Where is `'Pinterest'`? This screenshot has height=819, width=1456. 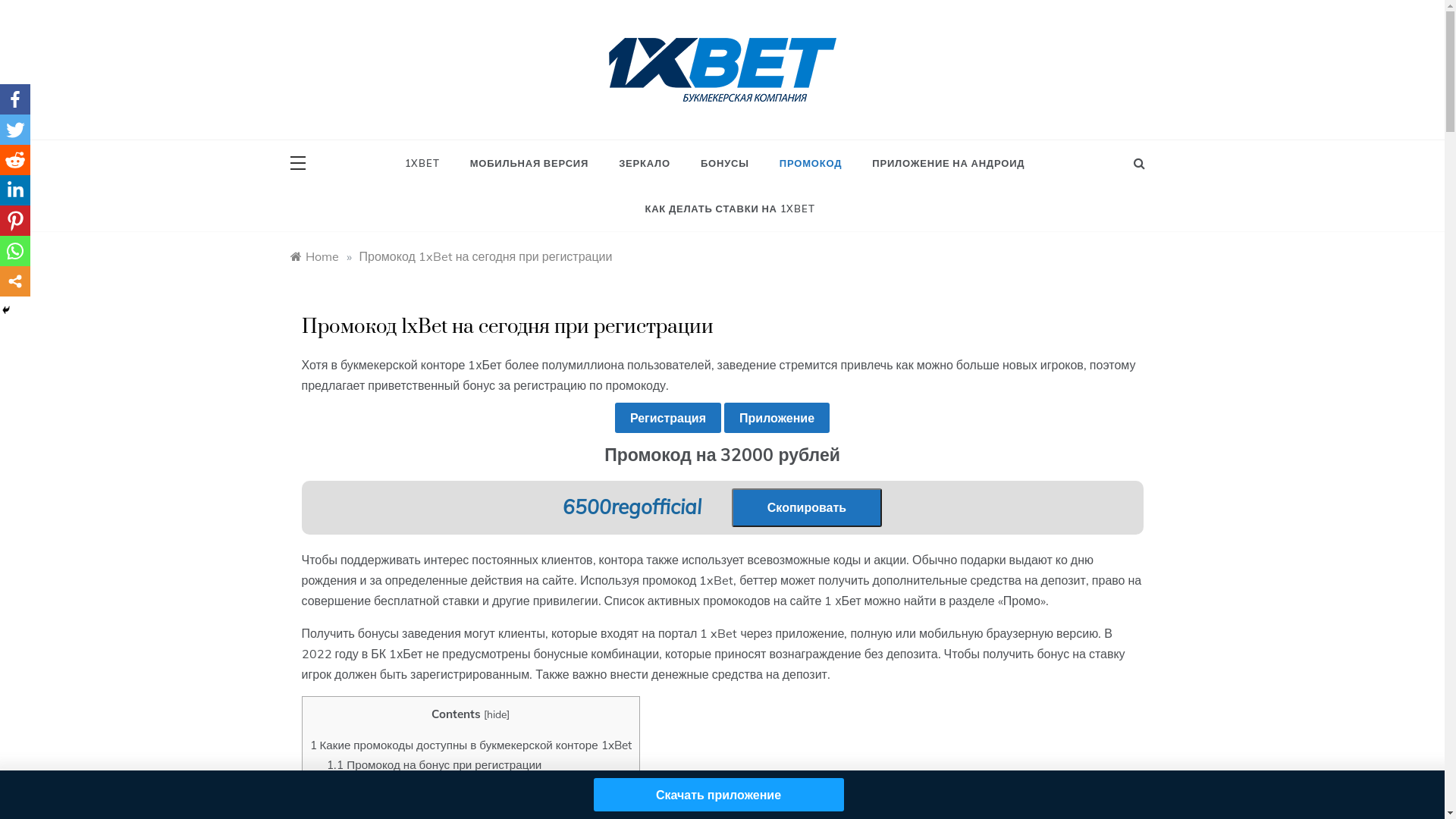
'Pinterest' is located at coordinates (14, 220).